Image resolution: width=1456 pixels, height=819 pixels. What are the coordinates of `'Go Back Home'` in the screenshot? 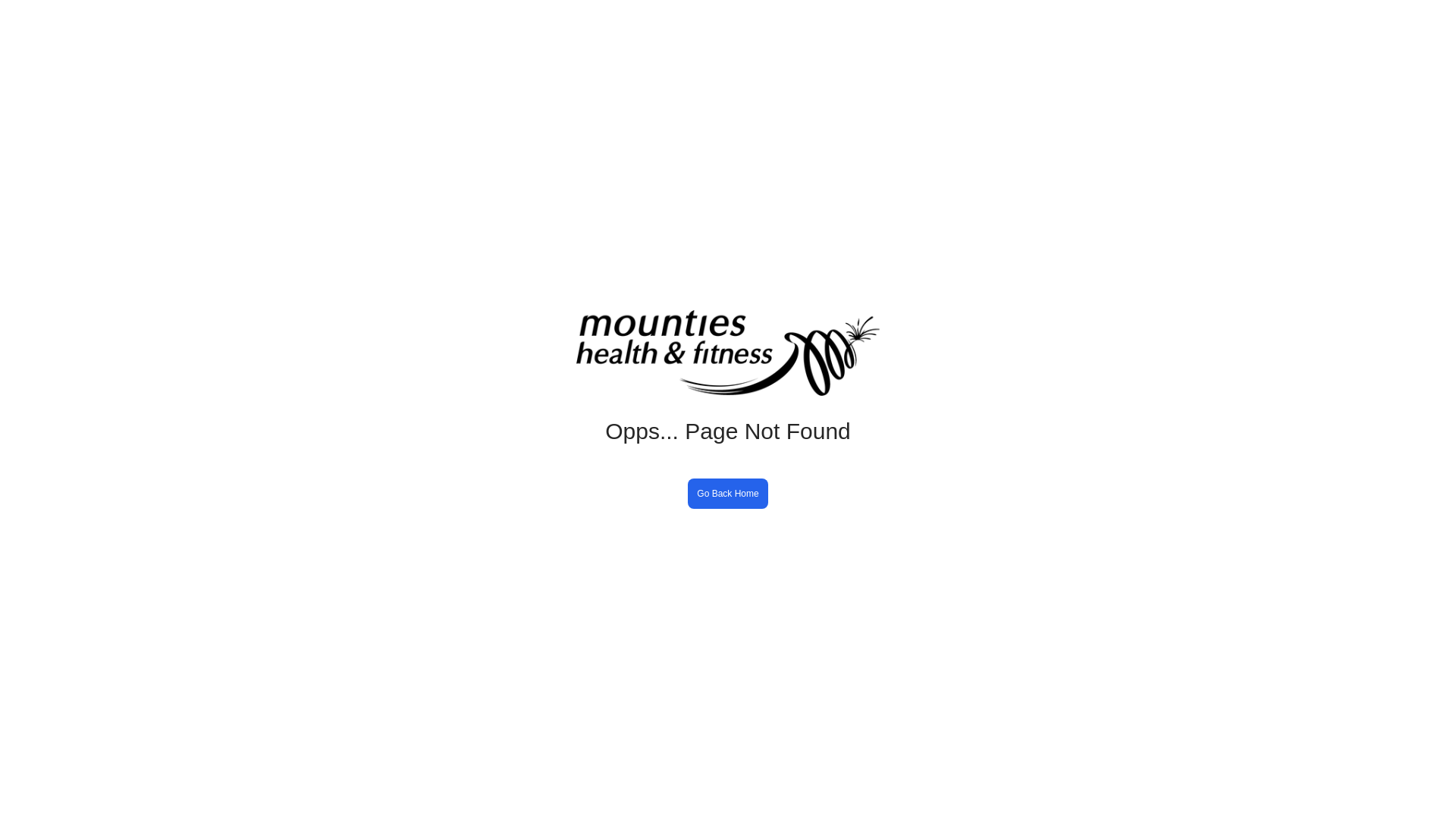 It's located at (726, 494).